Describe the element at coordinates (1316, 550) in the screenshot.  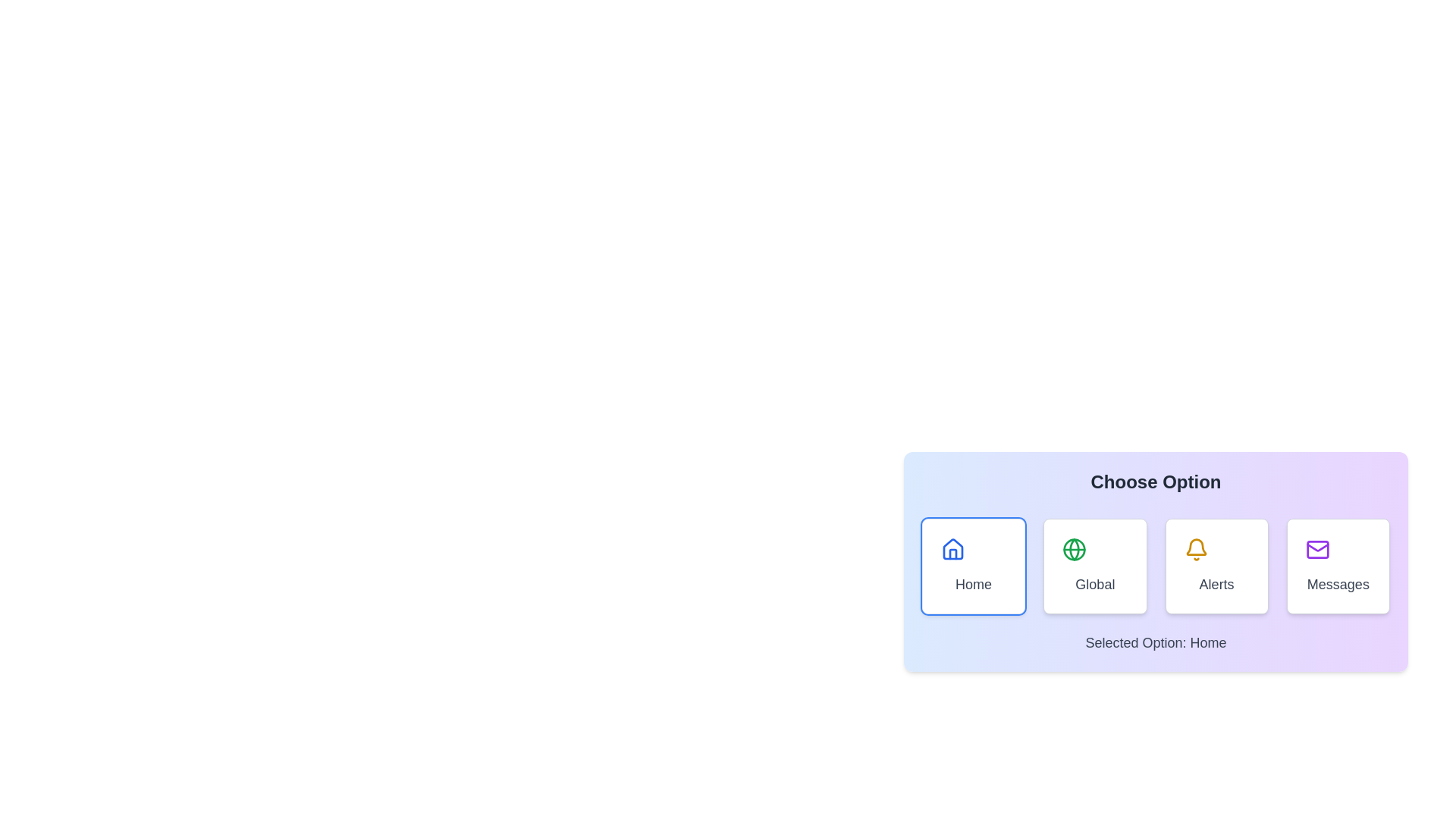
I see `the mail icon within the 'Messages' card` at that location.